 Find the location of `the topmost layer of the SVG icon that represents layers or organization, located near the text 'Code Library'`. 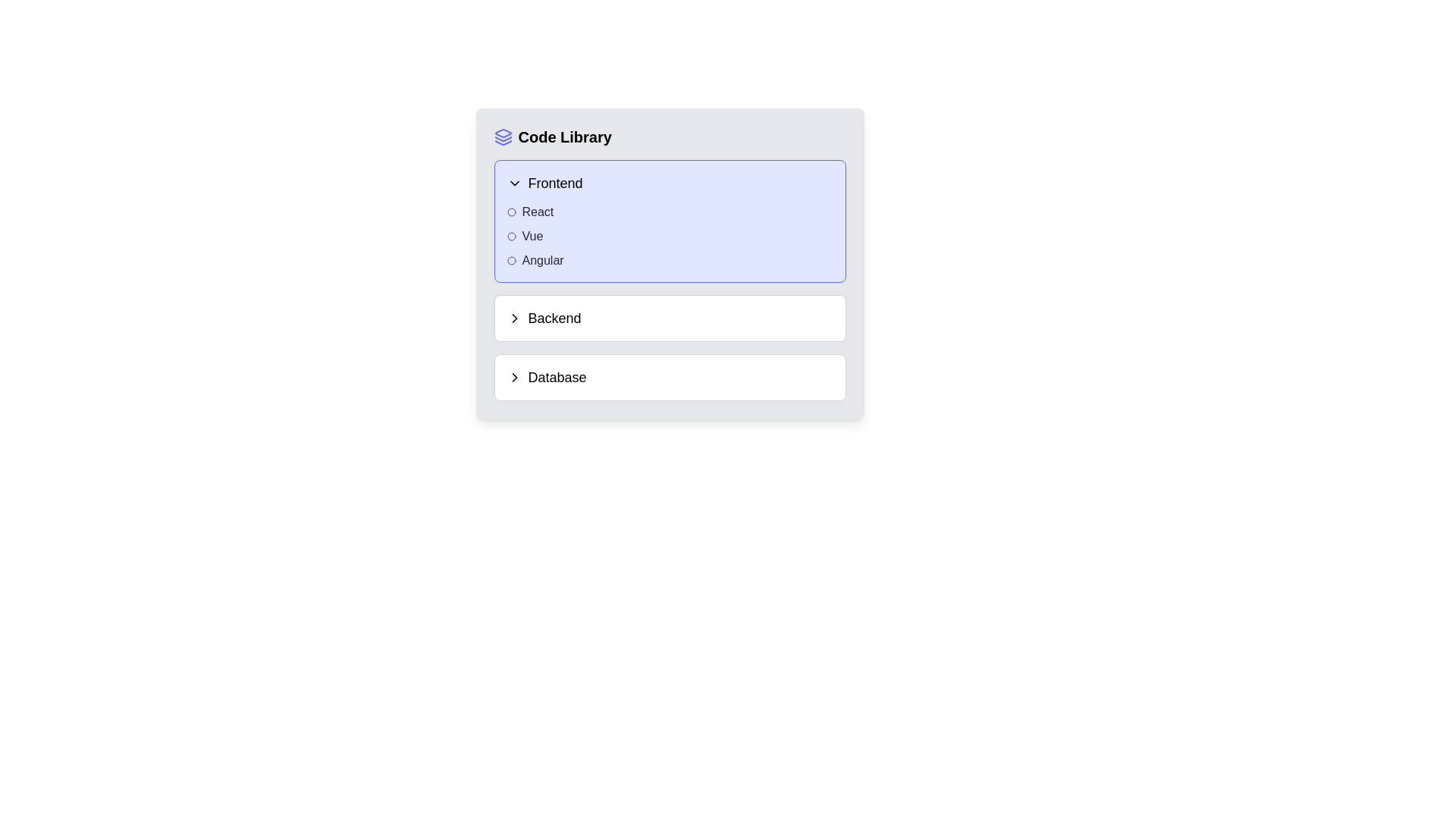

the topmost layer of the SVG icon that represents layers or organization, located near the text 'Code Library' is located at coordinates (503, 133).